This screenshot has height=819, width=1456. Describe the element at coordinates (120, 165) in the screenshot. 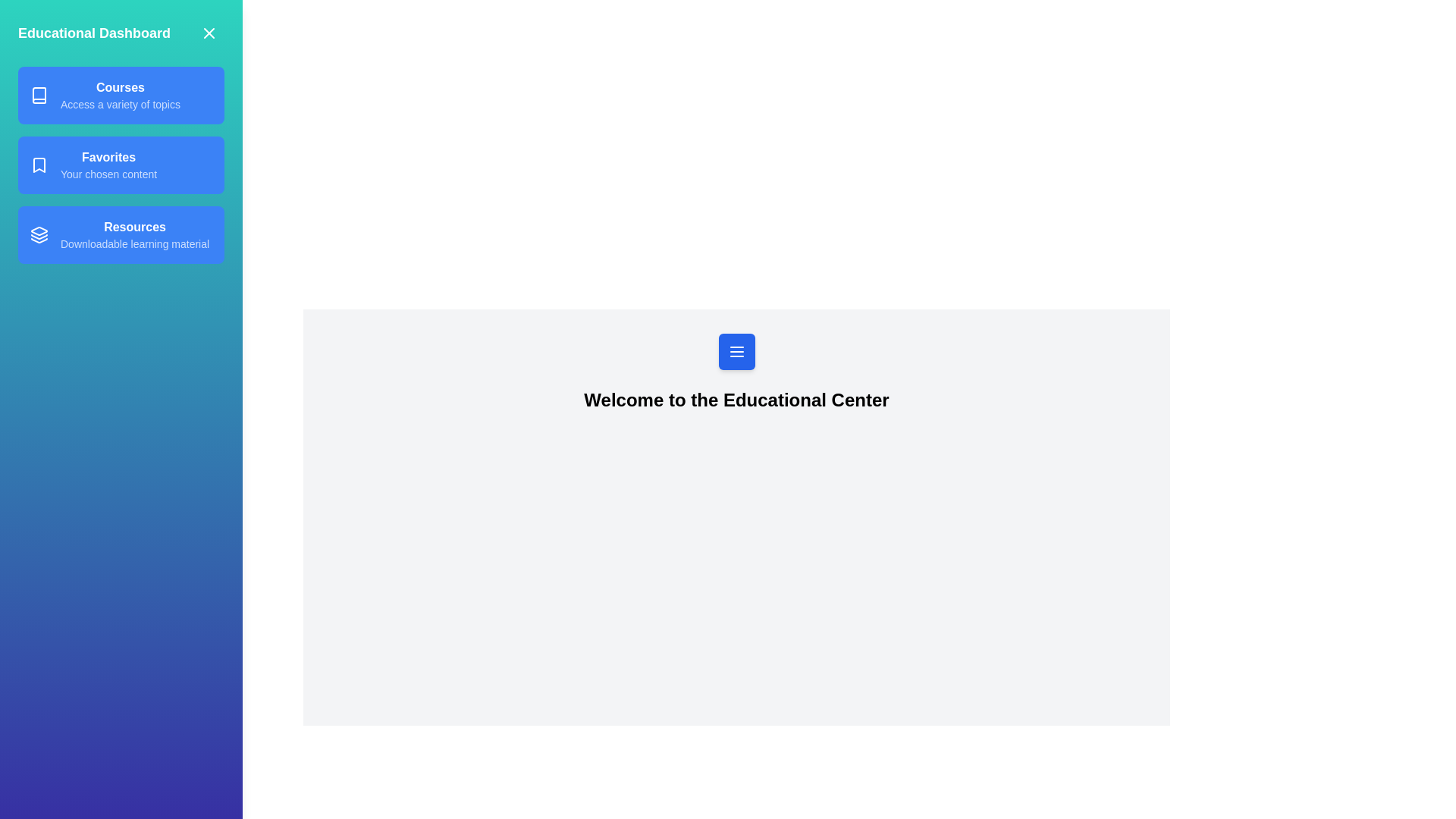

I see `the text in the specified section: Favorites` at that location.